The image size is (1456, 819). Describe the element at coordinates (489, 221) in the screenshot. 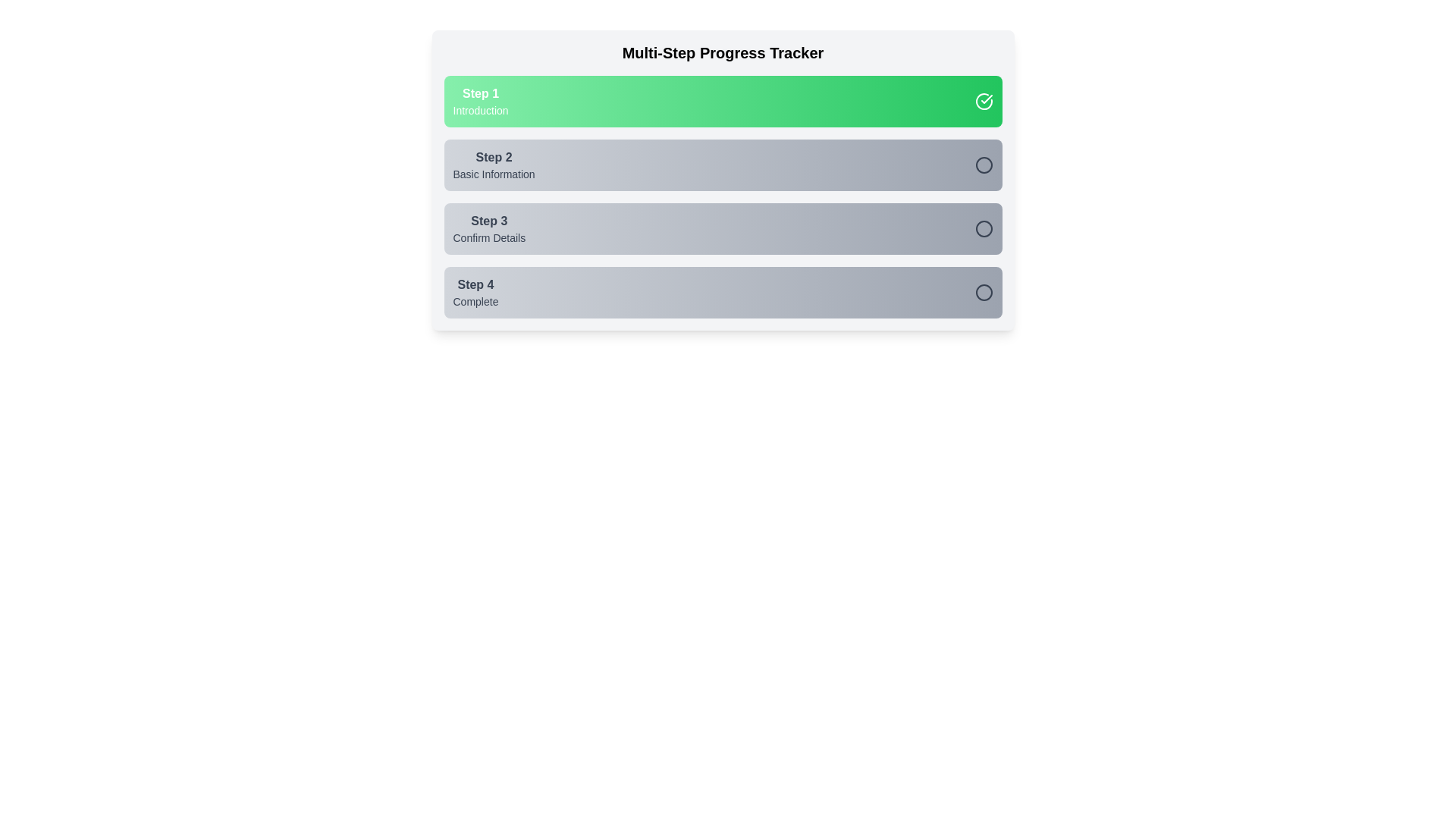

I see `the label indicating 'Step 3' in the multi-step progress tracker located above 'Confirm Details'` at that location.